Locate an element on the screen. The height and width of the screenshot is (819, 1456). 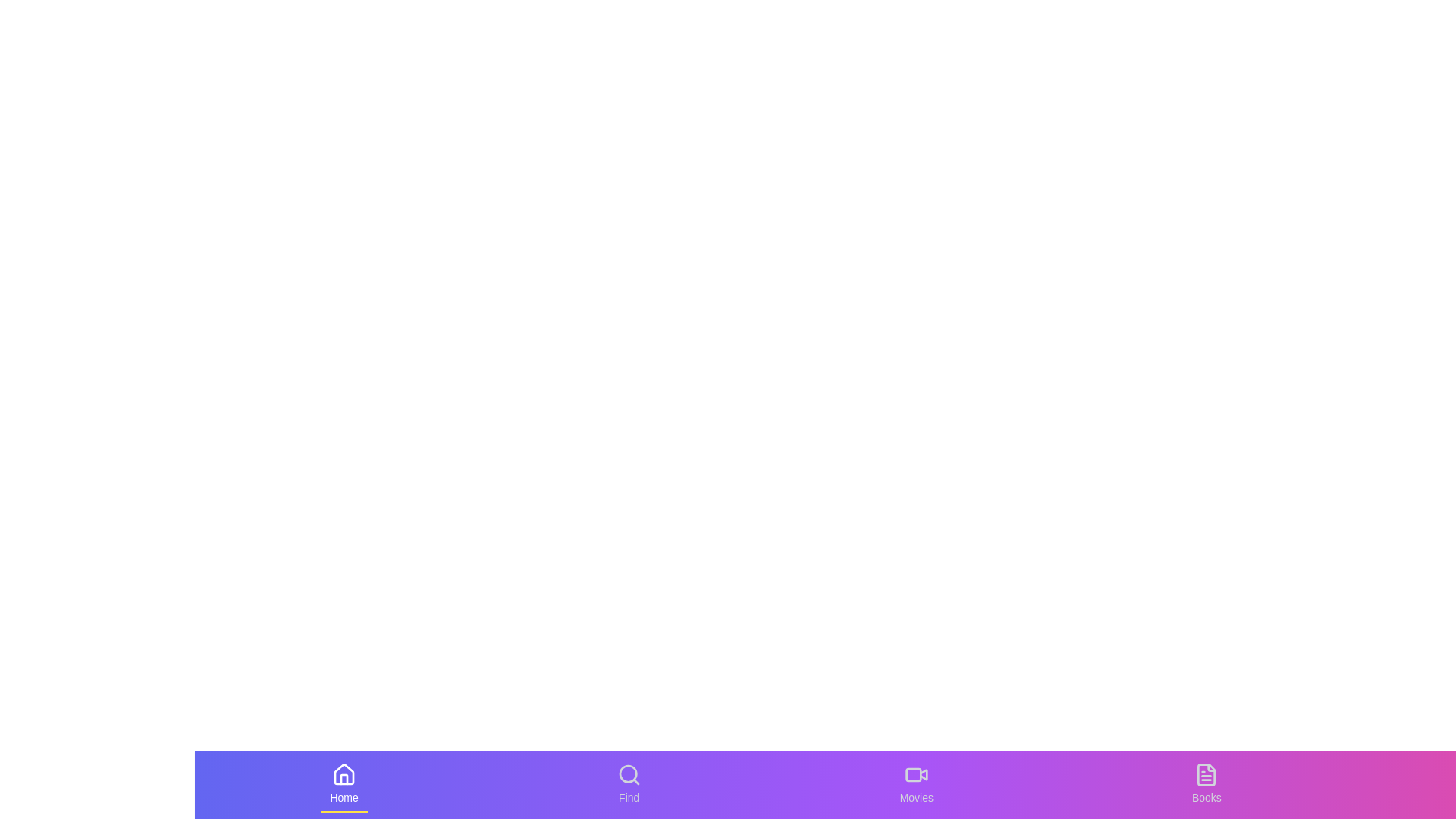
the Books tab to switch to its view is located at coordinates (1205, 784).